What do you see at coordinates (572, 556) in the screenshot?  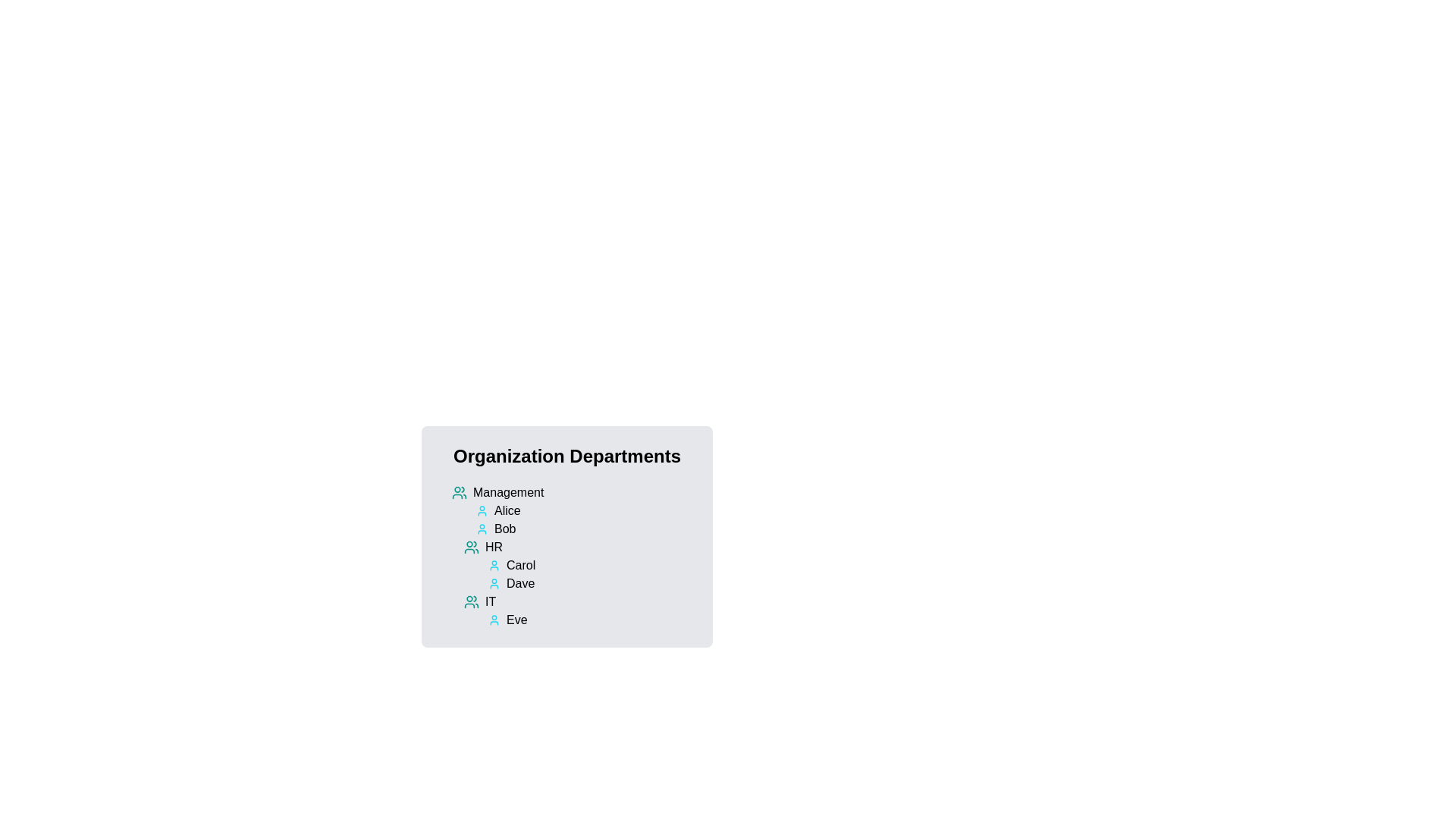 I see `the hierarchical grouping component displaying IT department data, which is located in the bottom right quadrant of the interface` at bounding box center [572, 556].